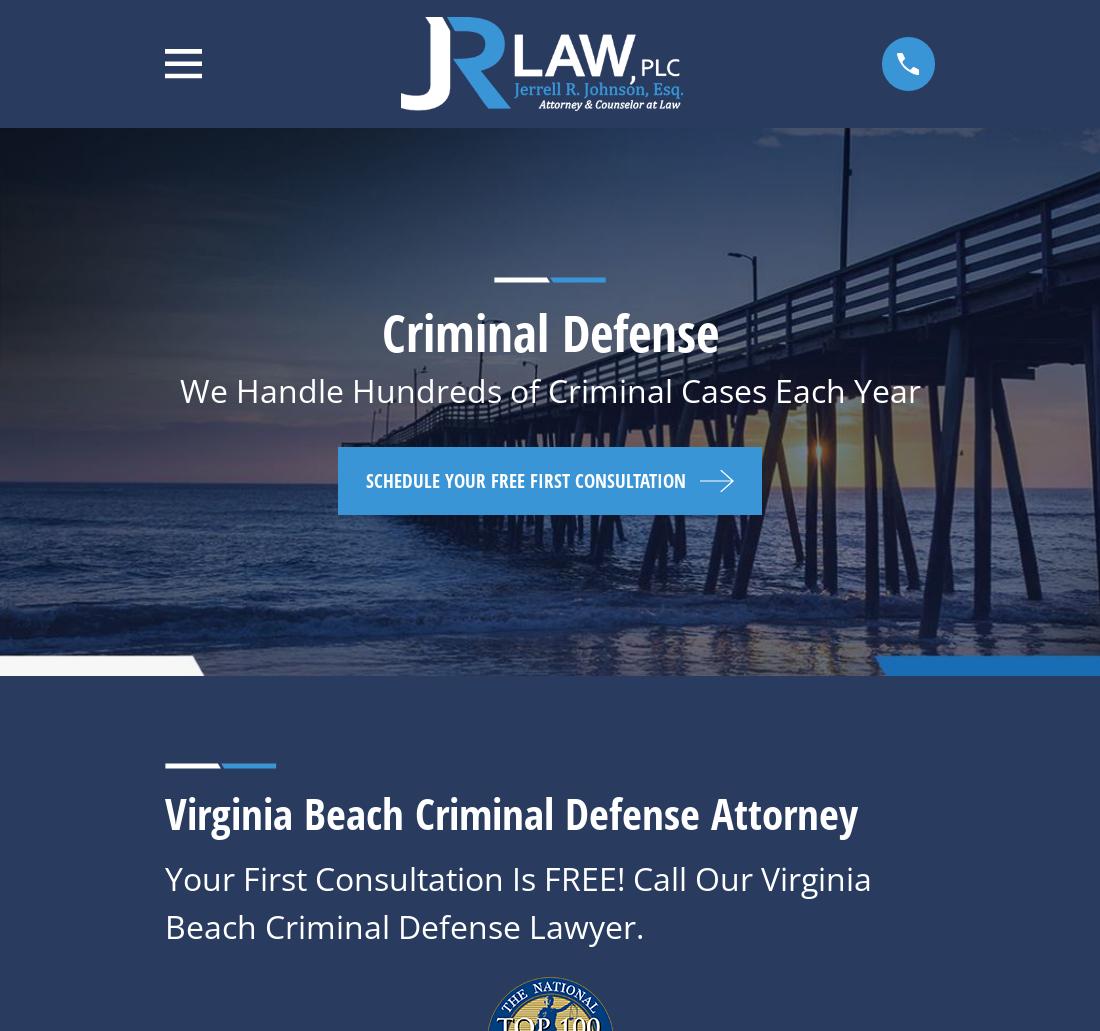  What do you see at coordinates (164, 825) in the screenshot?
I see `'Are you a new client?'` at bounding box center [164, 825].